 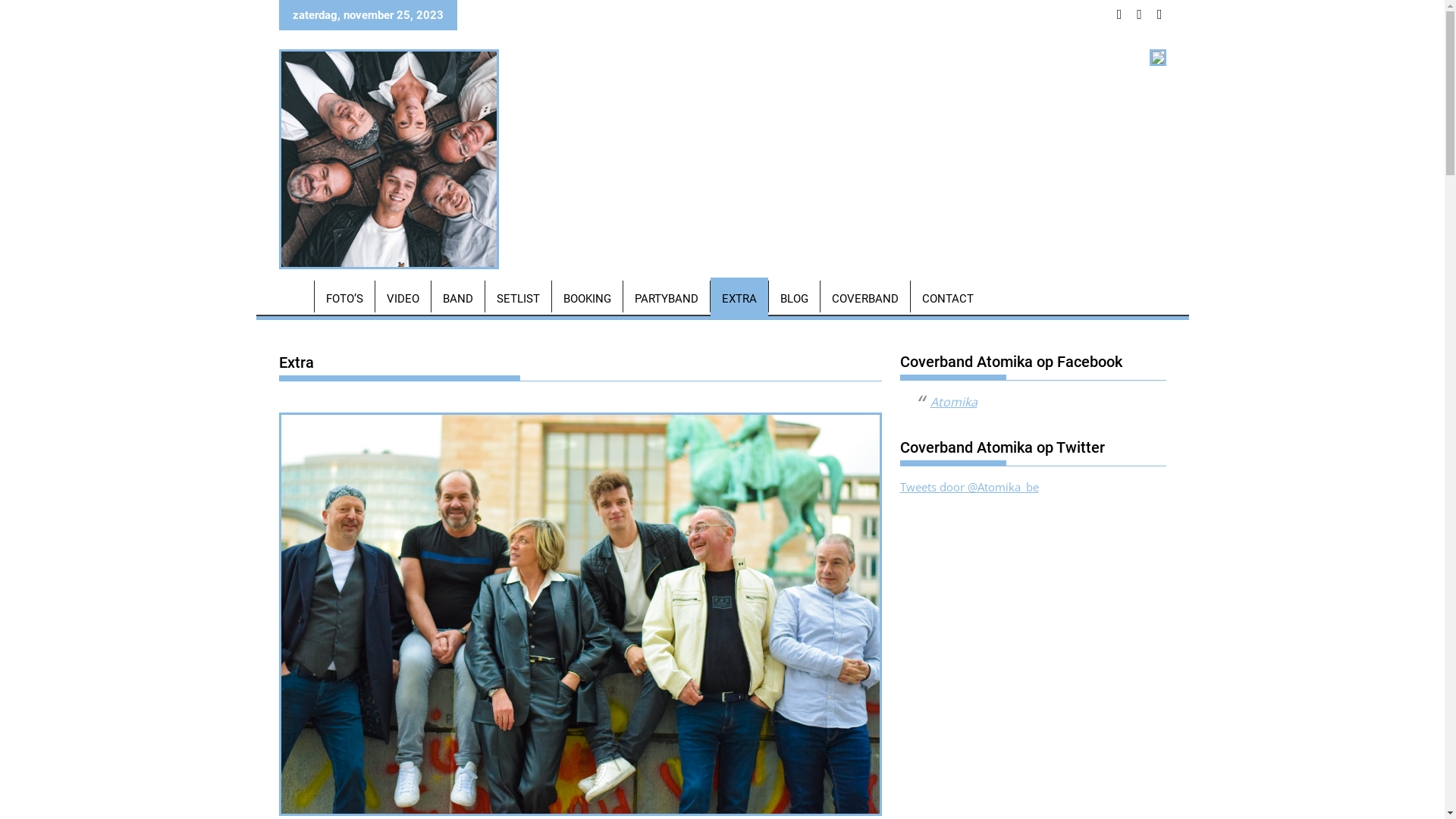 I want to click on 'Atomika', so click(x=952, y=400).